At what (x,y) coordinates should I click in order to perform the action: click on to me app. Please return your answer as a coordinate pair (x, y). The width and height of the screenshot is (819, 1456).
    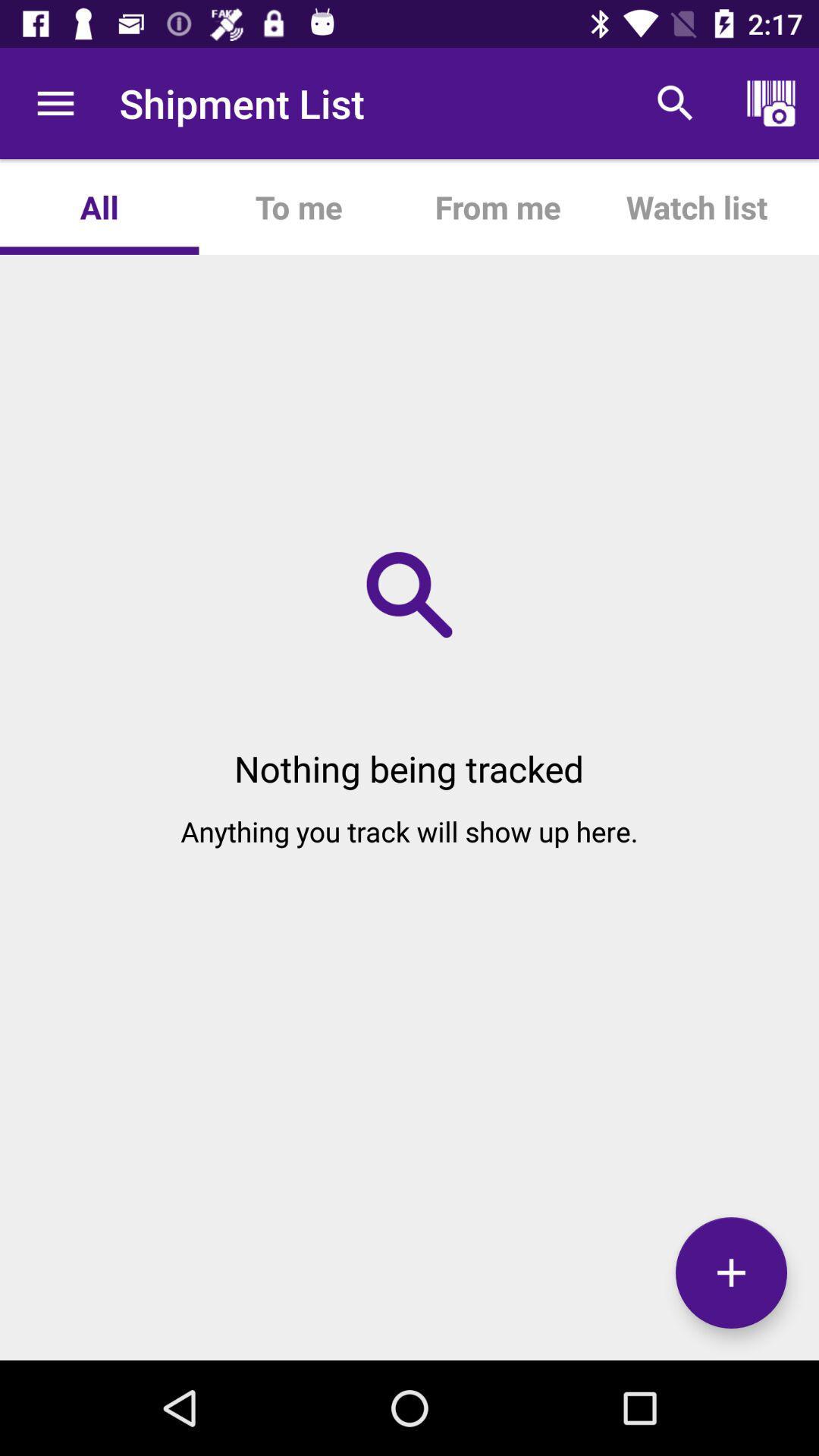
    Looking at the image, I should click on (298, 206).